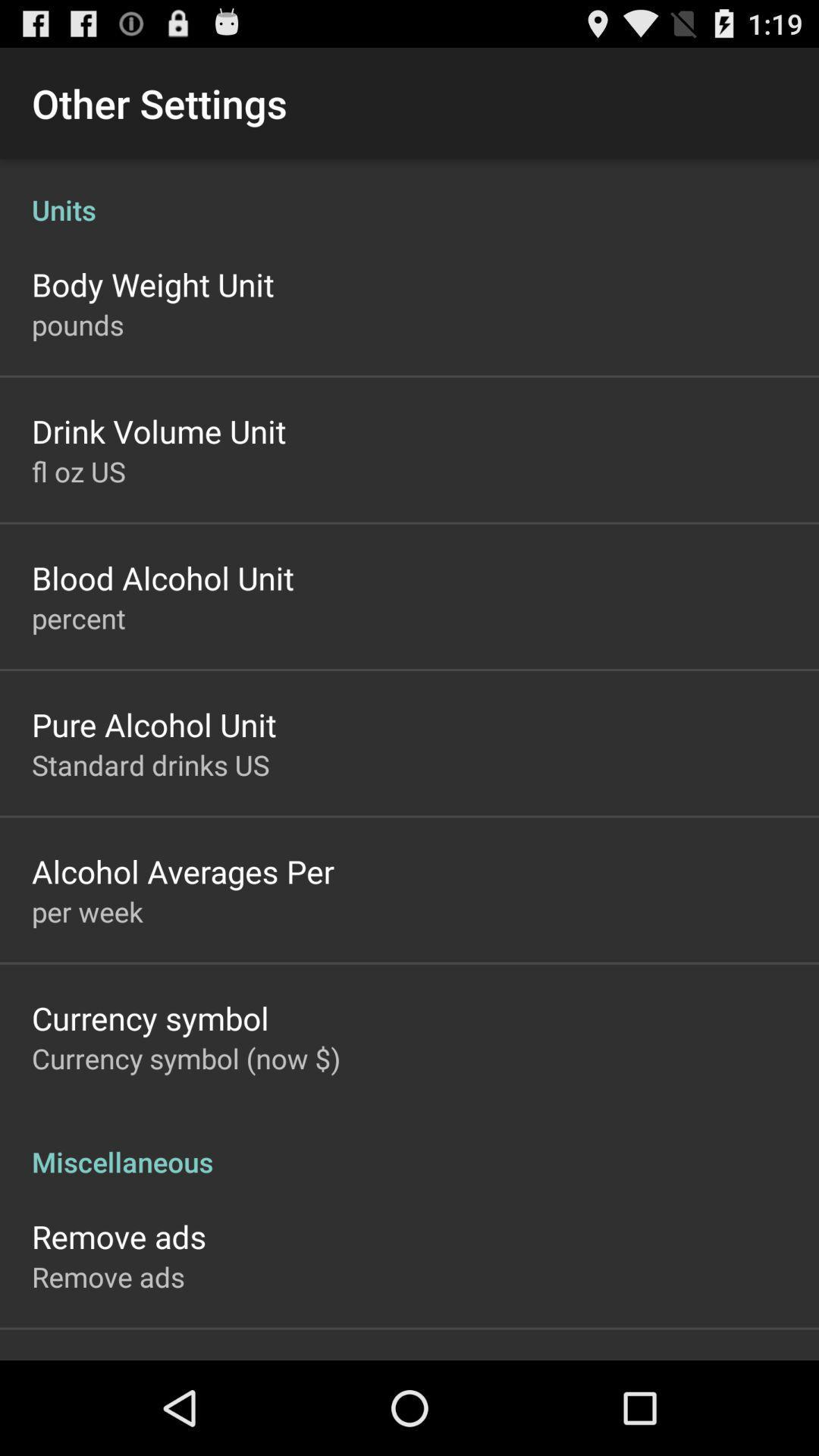 The width and height of the screenshot is (819, 1456). I want to click on percent item, so click(78, 618).